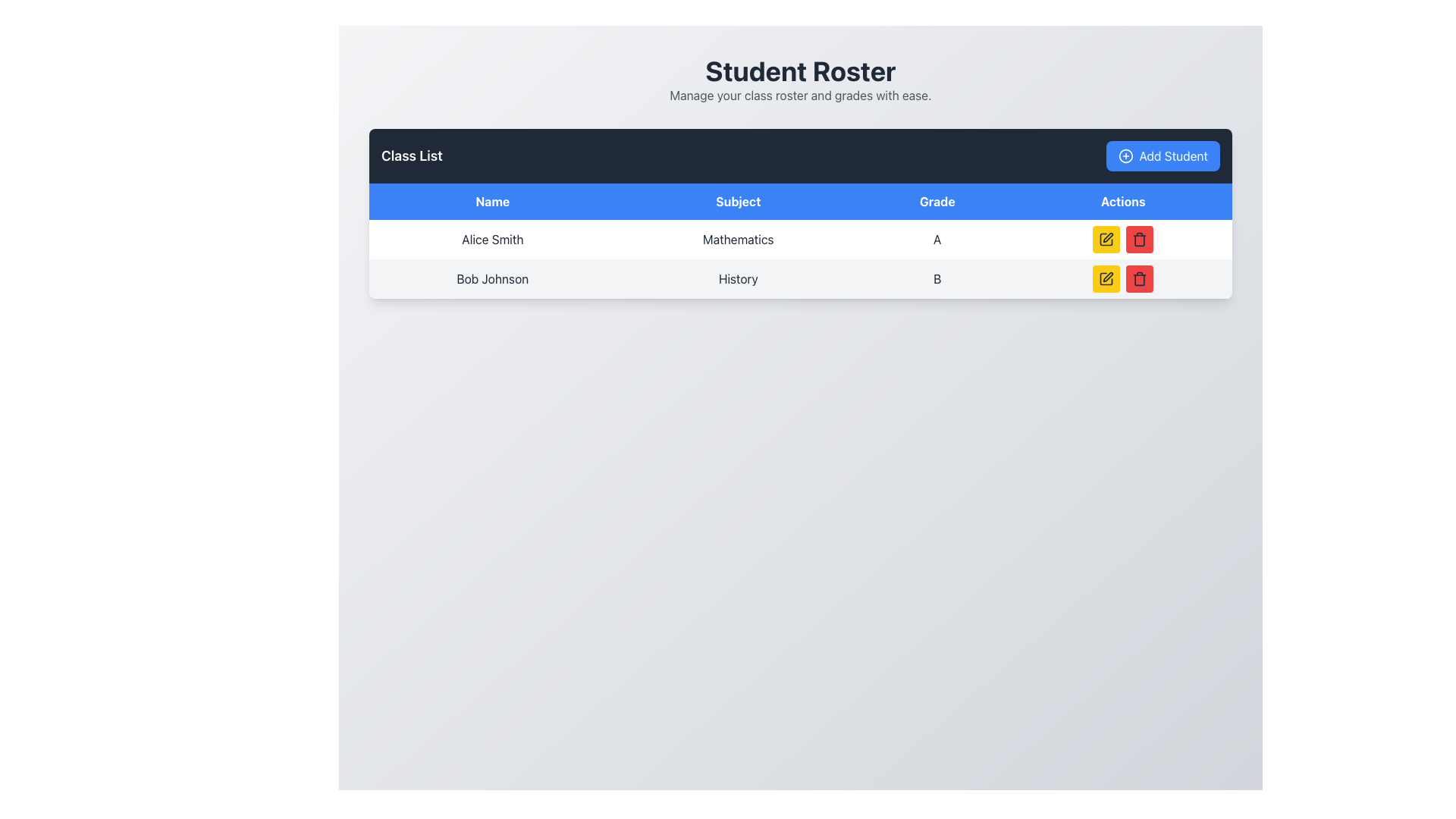  I want to click on text 'Grade' from the header of the 'Grade' column, which is the third header item in the table layout, positioned between the 'Subject' and 'Actions' headers, so click(937, 201).